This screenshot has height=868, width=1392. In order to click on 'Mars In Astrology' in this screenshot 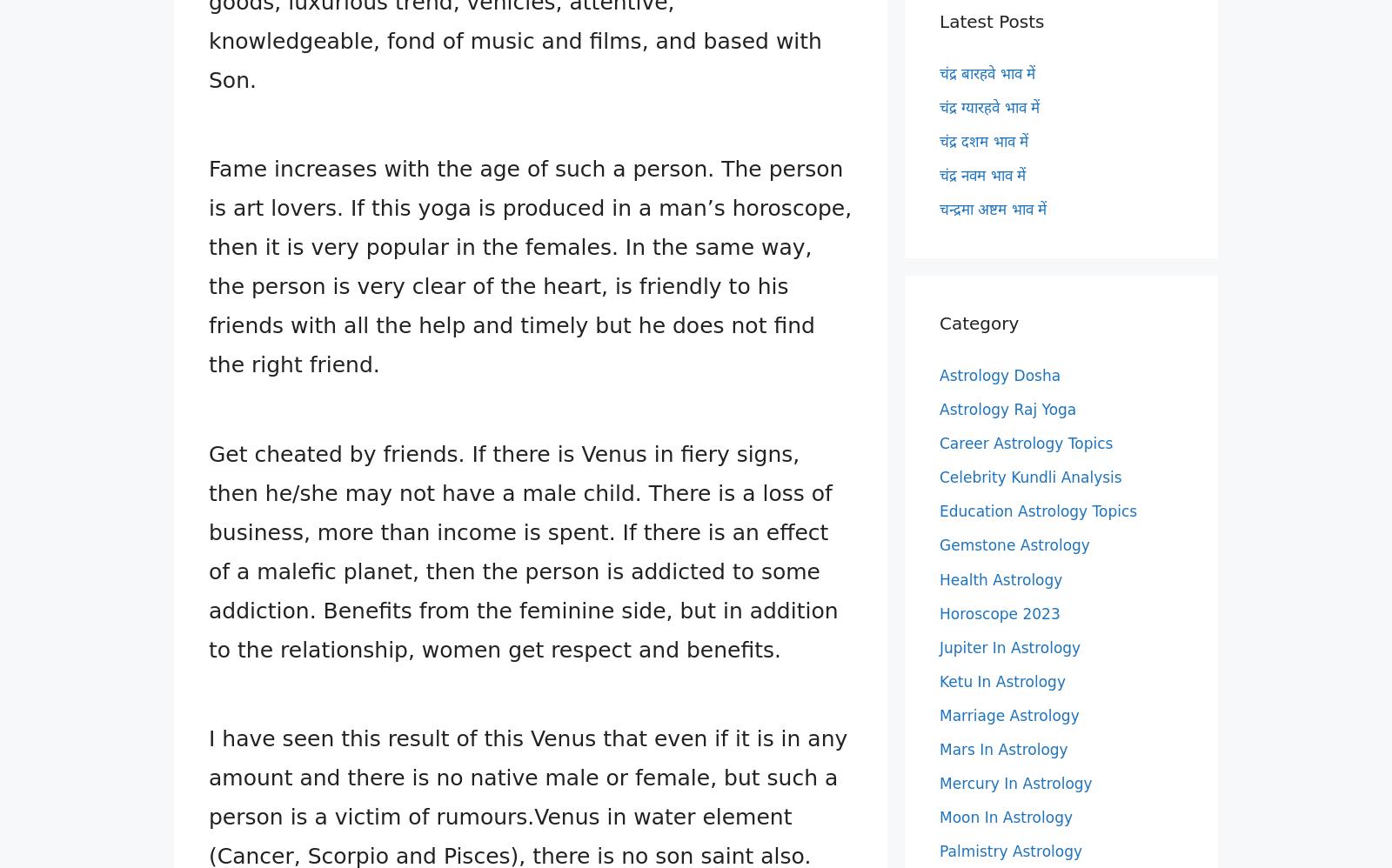, I will do `click(940, 747)`.